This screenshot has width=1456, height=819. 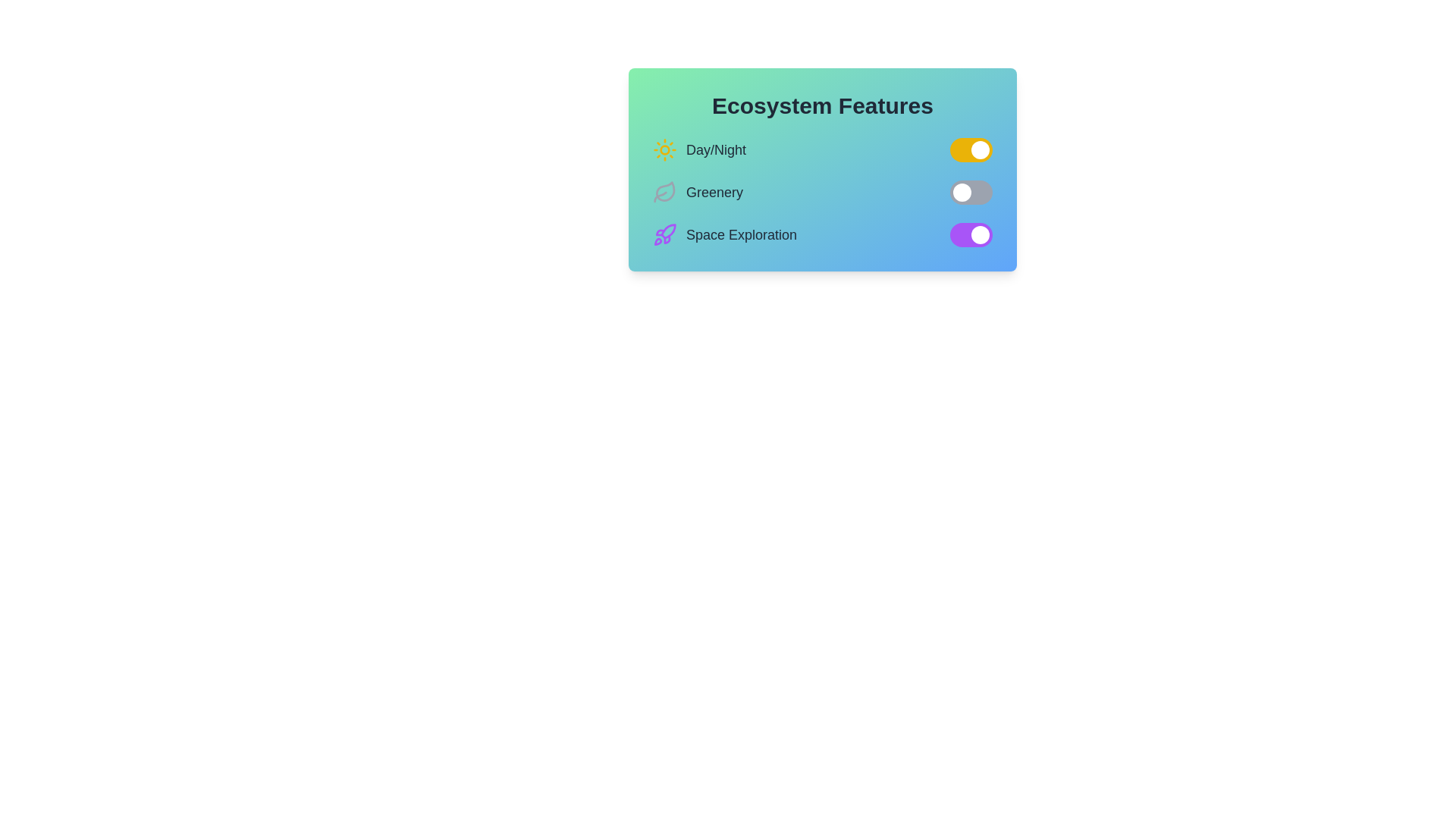 What do you see at coordinates (665, 190) in the screenshot?
I see `the leaf icon element in the 'Greenery' row of the 'Ecosystem Features' panel` at bounding box center [665, 190].